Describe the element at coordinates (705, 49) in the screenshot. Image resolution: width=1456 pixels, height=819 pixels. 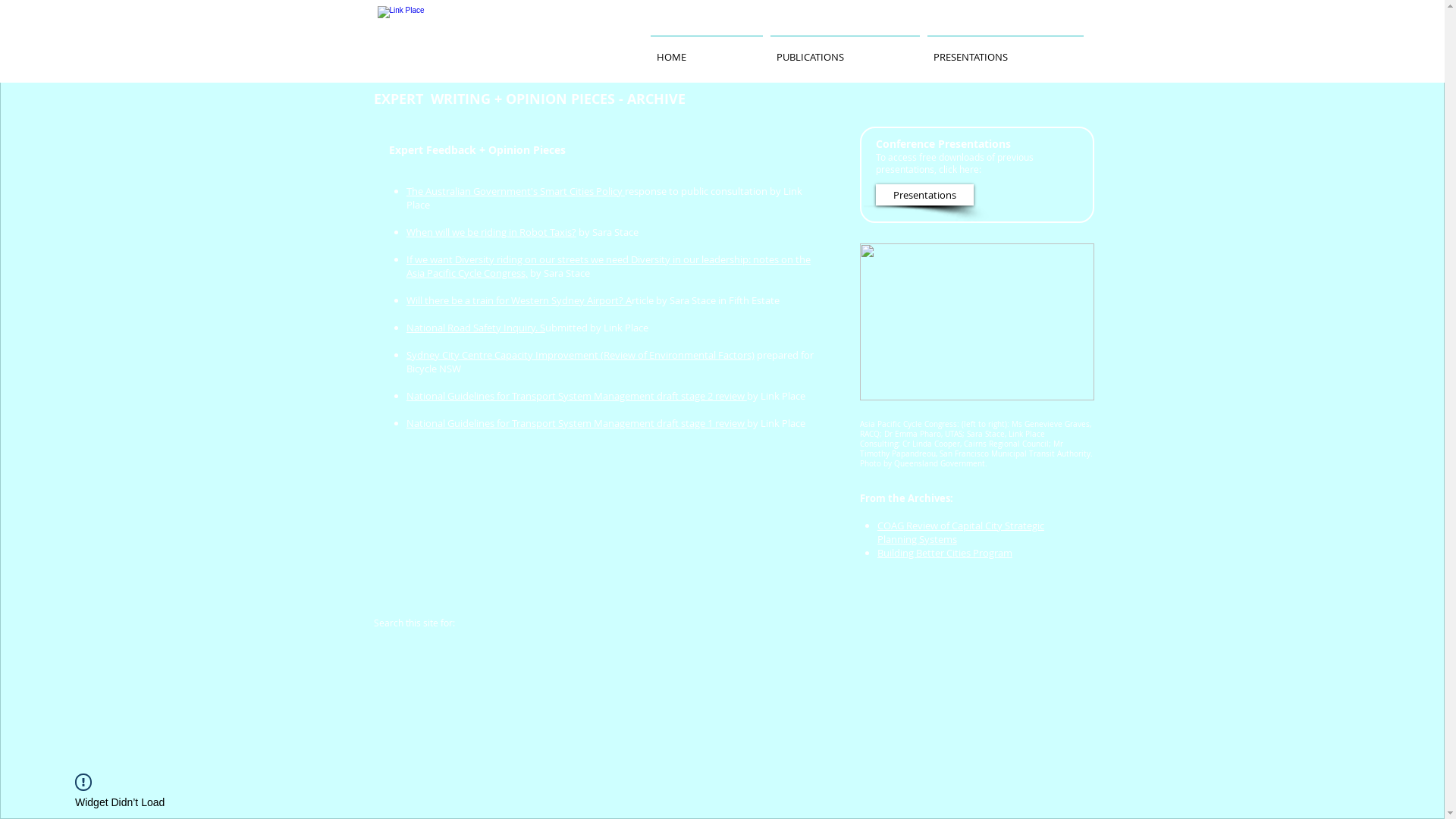
I see `'HOME'` at that location.